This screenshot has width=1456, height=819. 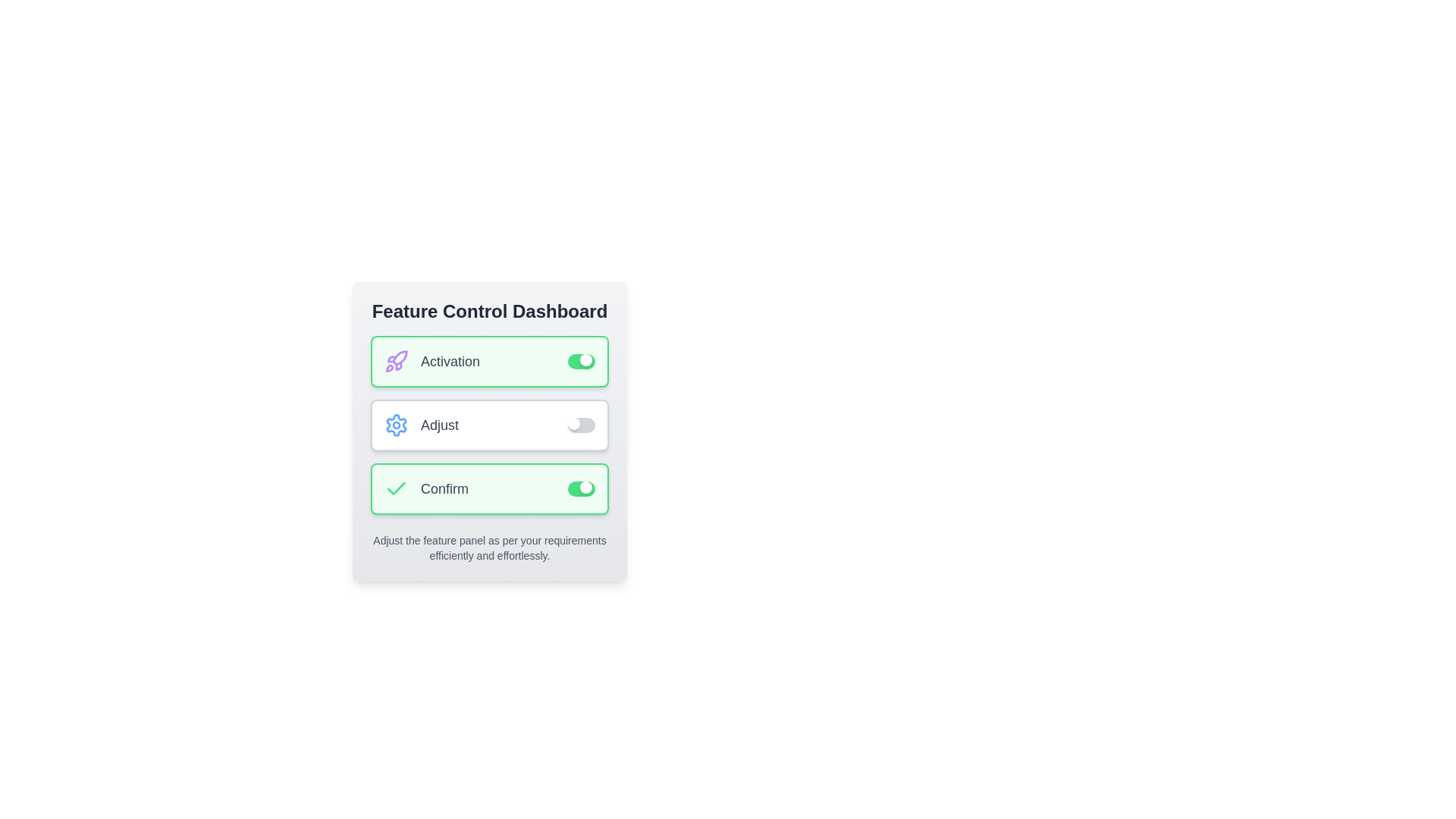 What do you see at coordinates (581, 488) in the screenshot?
I see `the toggle switch for the 'Confirm' feature` at bounding box center [581, 488].